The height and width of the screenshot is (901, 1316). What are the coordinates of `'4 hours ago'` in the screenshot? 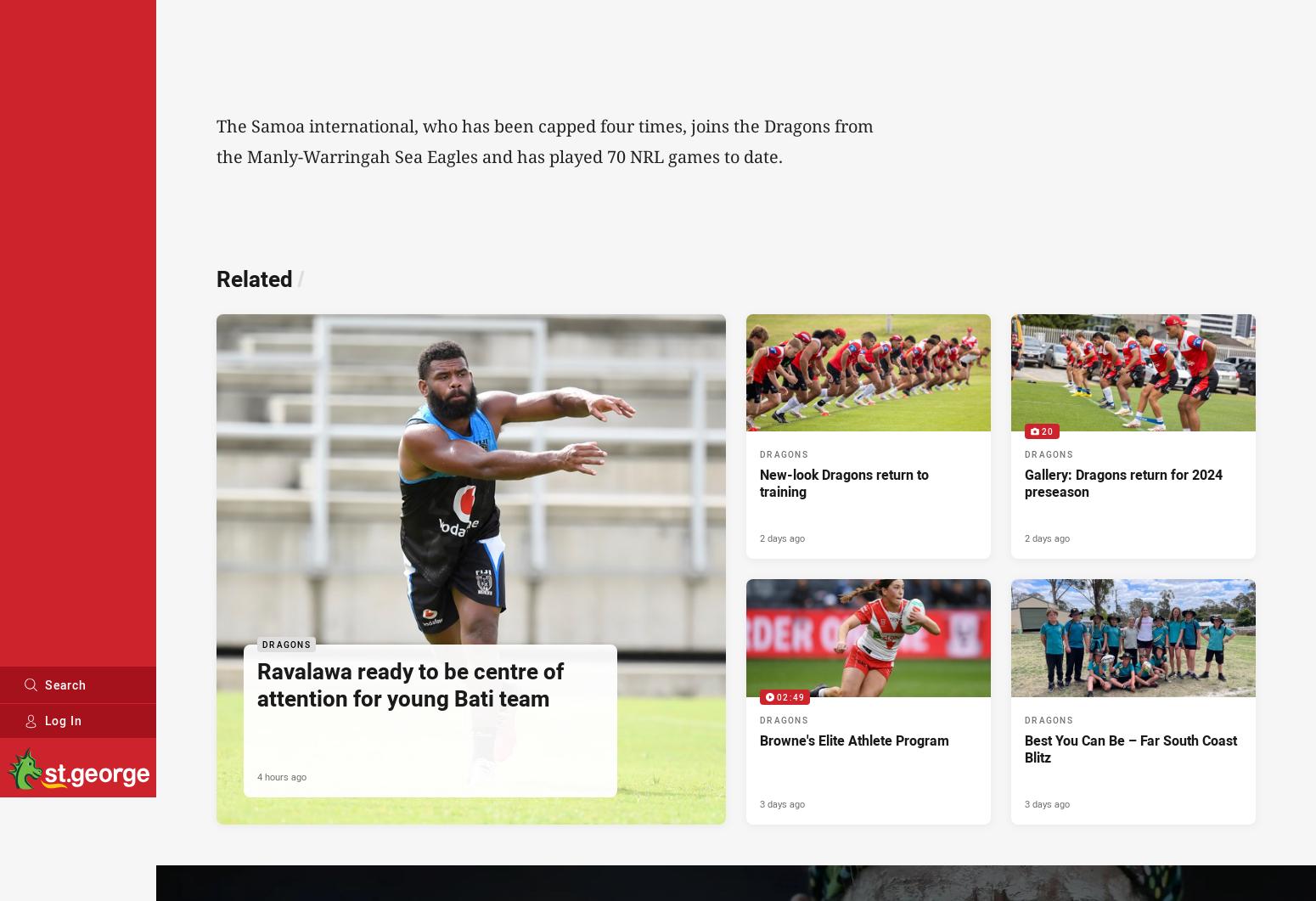 It's located at (257, 774).